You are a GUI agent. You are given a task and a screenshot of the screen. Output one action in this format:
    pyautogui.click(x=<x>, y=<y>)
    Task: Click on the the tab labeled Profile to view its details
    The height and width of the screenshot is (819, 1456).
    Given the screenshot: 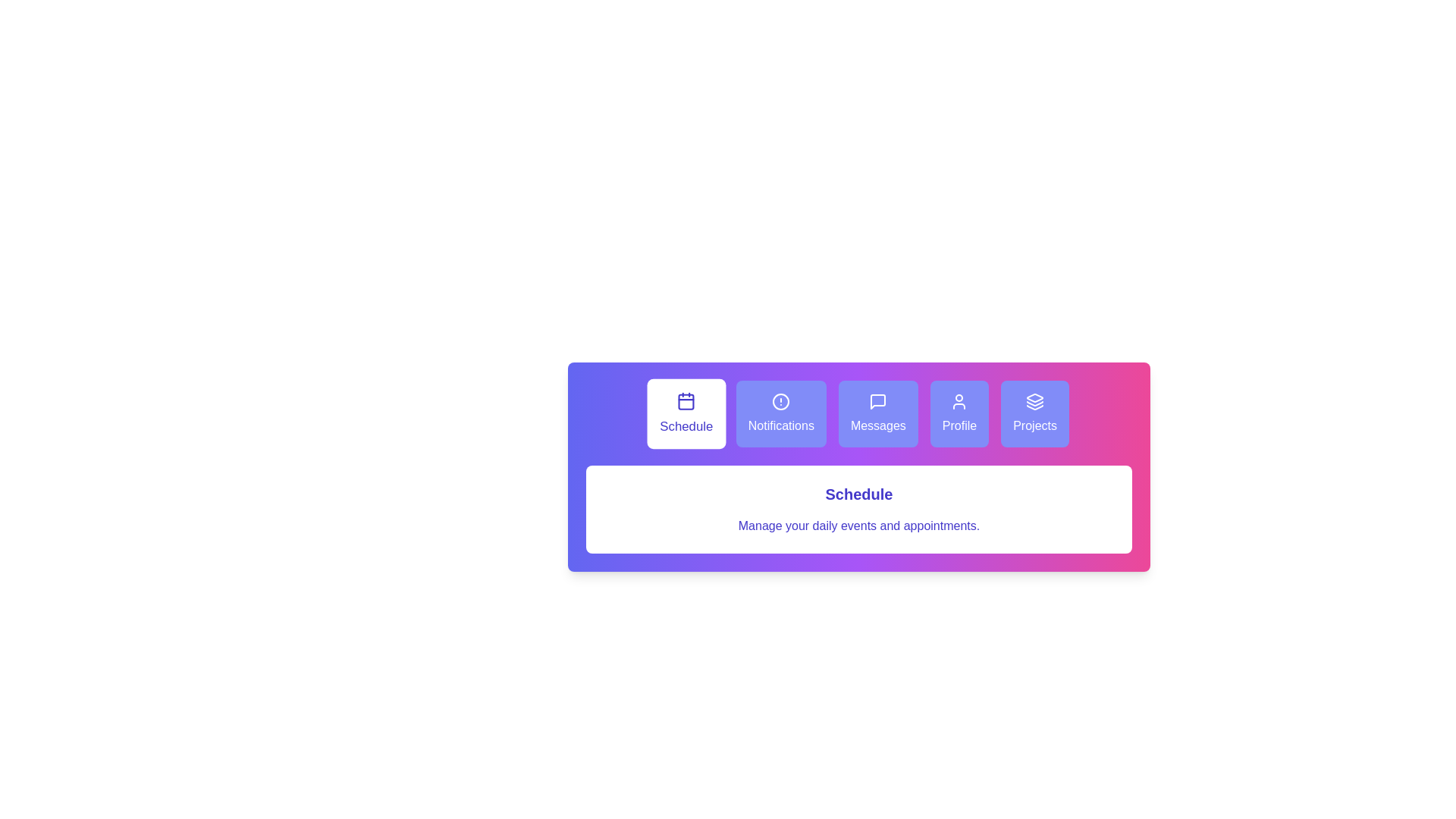 What is the action you would take?
    pyautogui.click(x=959, y=414)
    